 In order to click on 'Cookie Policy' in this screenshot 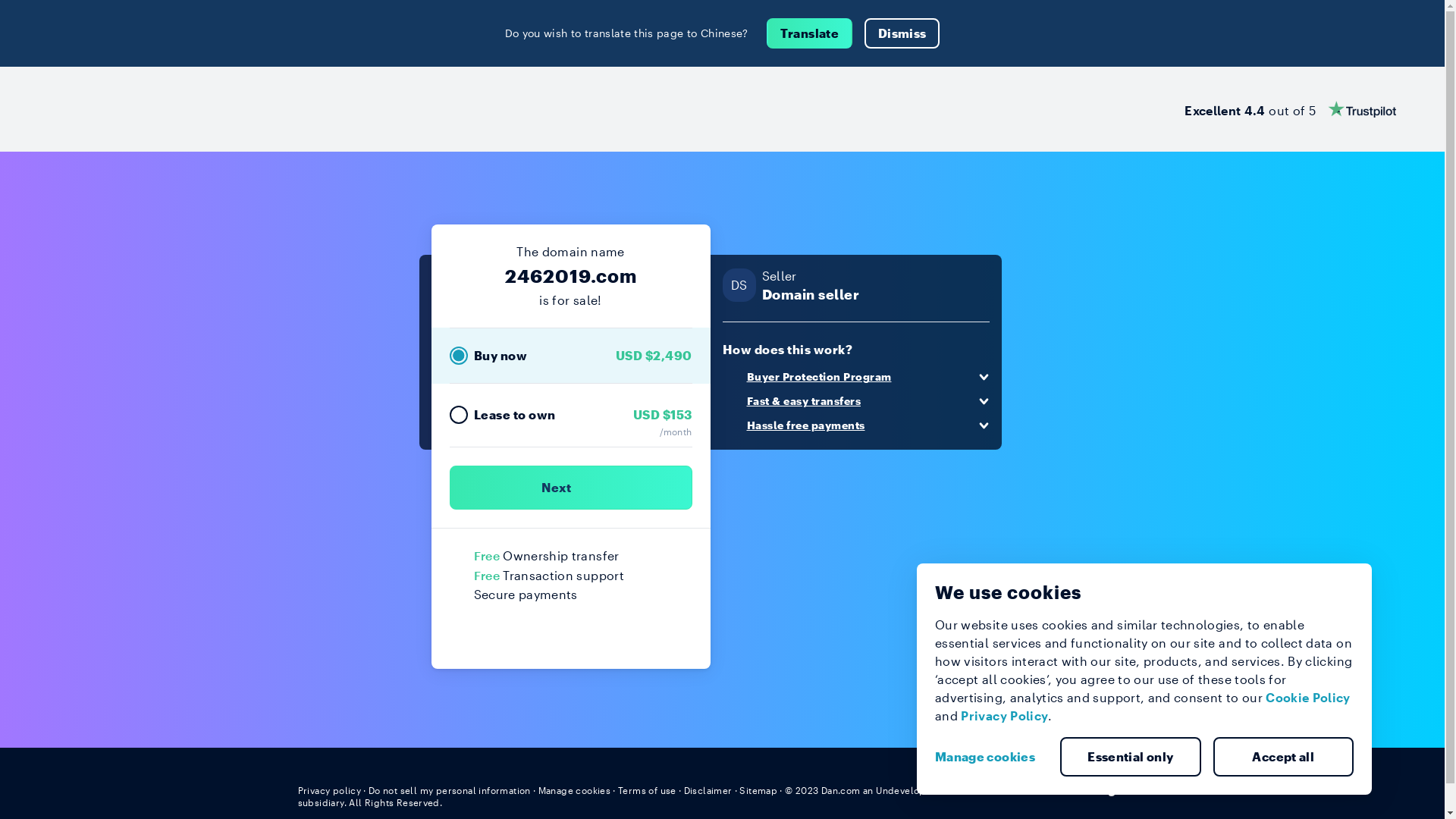, I will do `click(1307, 697)`.